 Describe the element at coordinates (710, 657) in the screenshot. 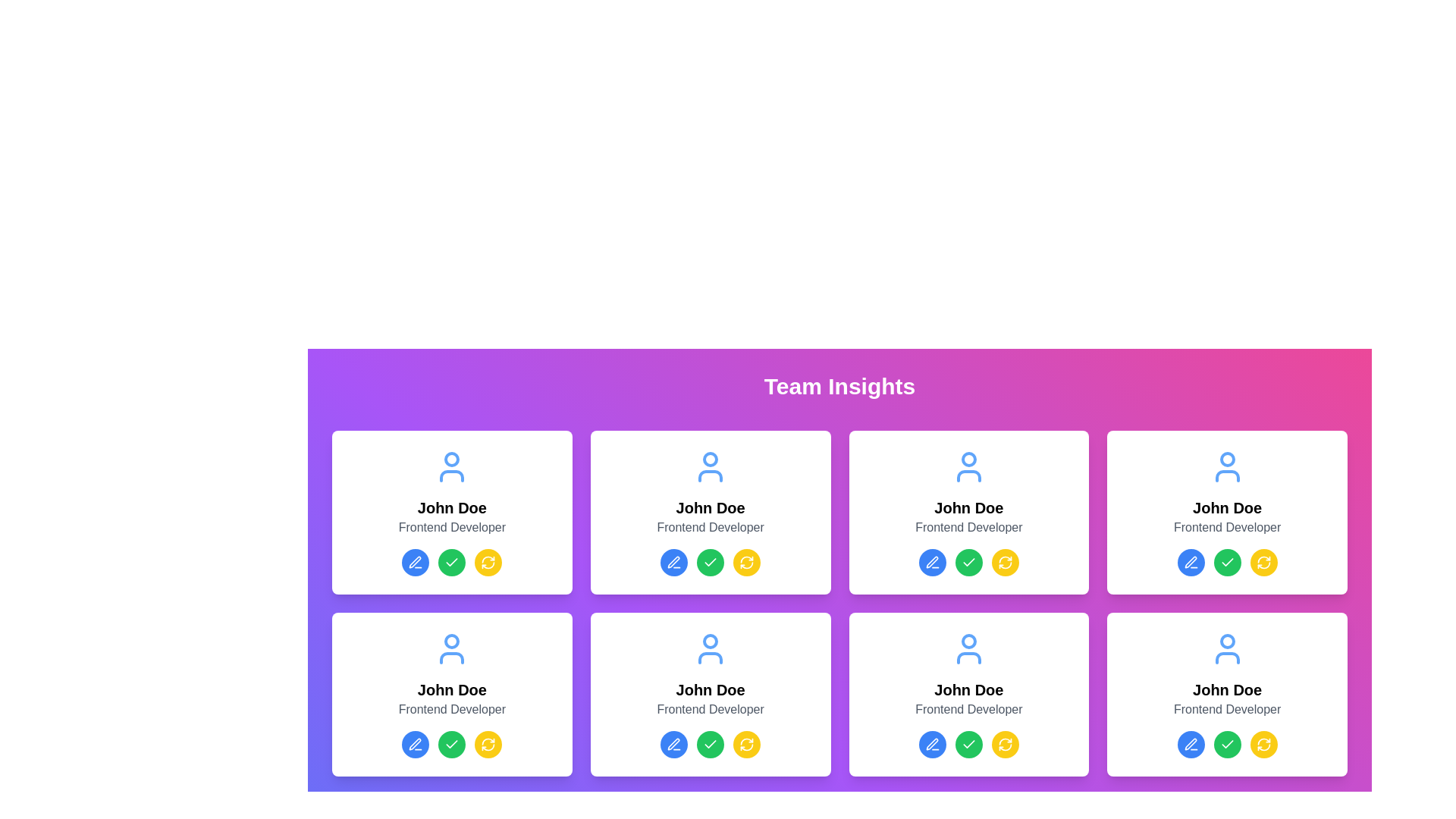

I see `the lower curved line segment of the person icon located in the center card of the bottom row in the grid layout` at that location.